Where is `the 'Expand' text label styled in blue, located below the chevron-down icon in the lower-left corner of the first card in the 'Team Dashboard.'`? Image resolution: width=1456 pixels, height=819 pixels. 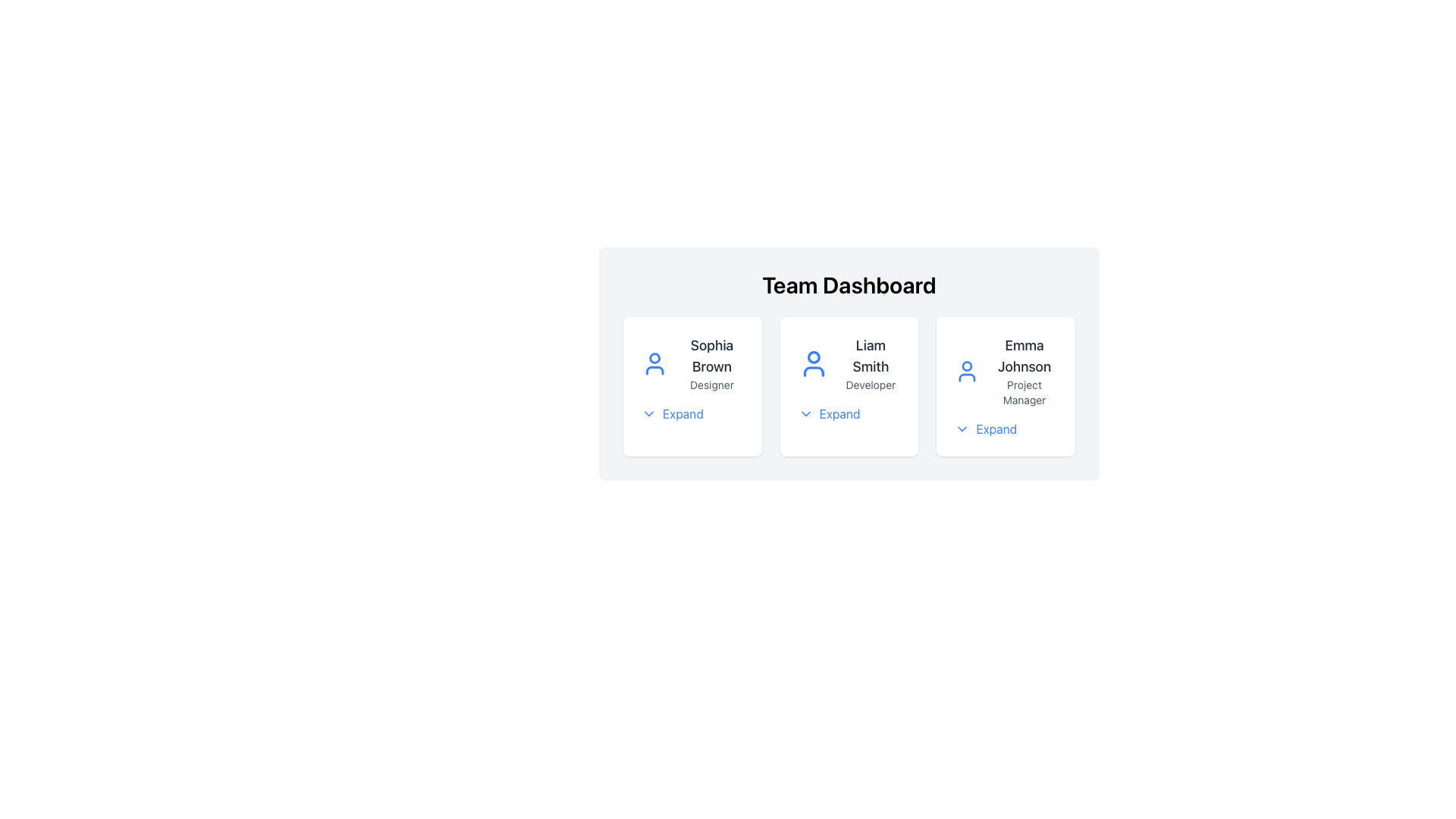 the 'Expand' text label styled in blue, located below the chevron-down icon in the lower-left corner of the first card in the 'Team Dashboard.' is located at coordinates (682, 414).